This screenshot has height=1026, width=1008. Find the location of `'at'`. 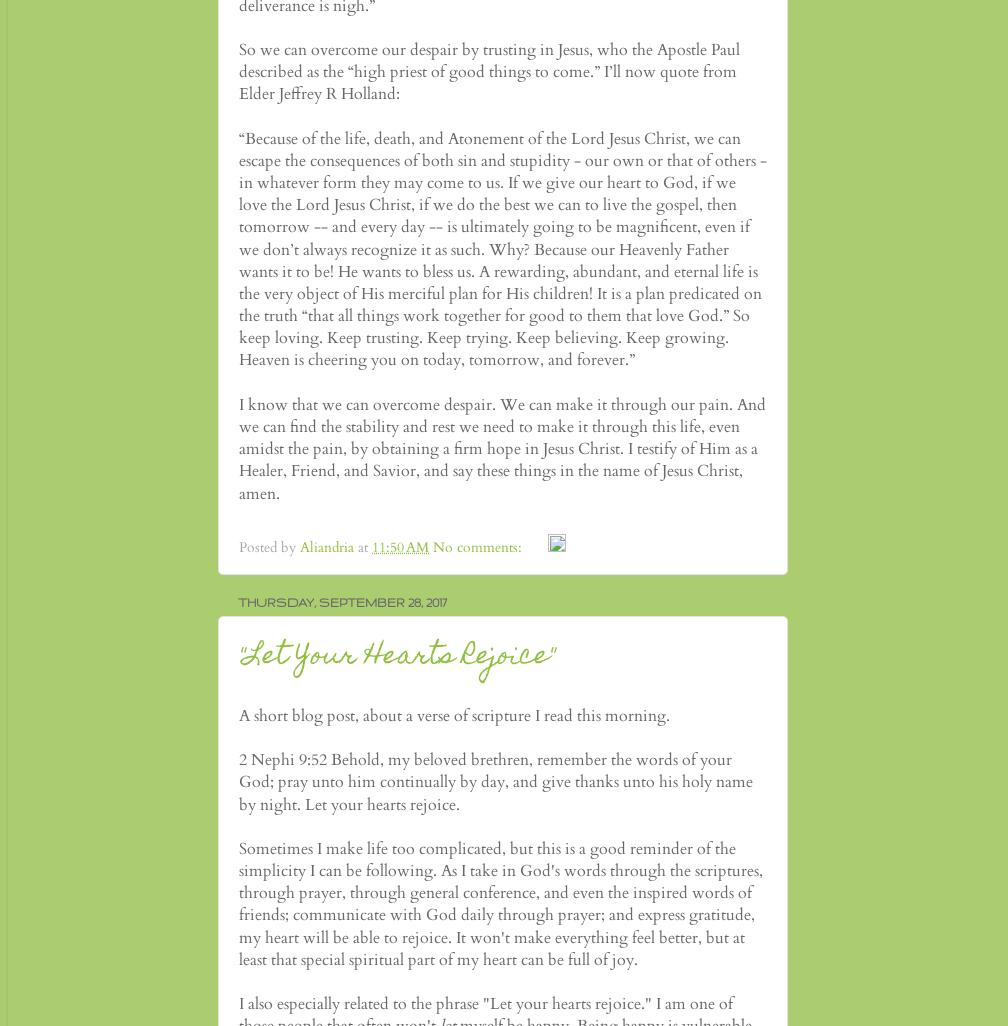

'at' is located at coordinates (364, 547).